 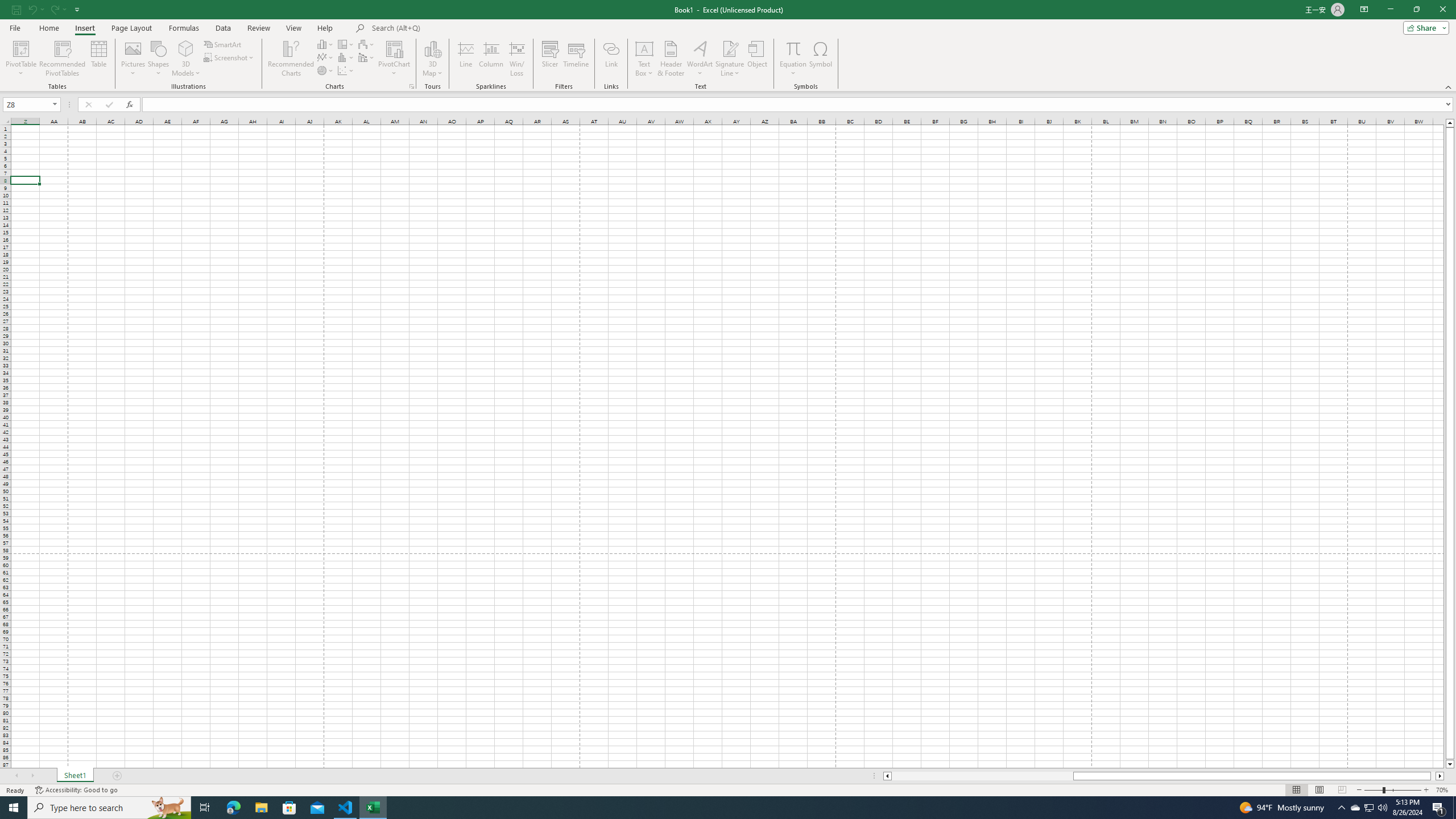 What do you see at coordinates (229, 56) in the screenshot?
I see `'Screenshot'` at bounding box center [229, 56].